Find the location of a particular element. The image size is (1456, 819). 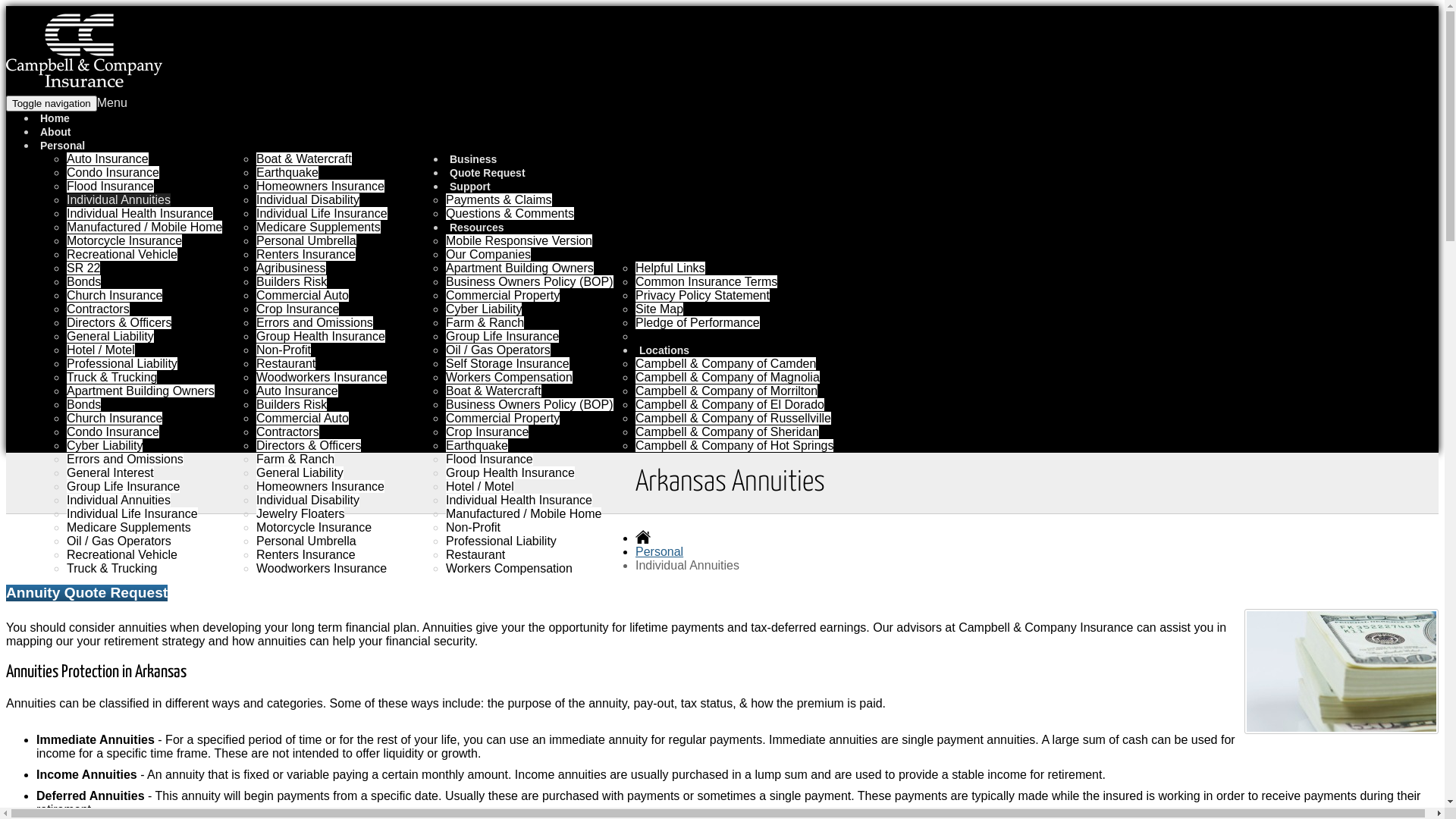

'Our Companies' is located at coordinates (488, 253).